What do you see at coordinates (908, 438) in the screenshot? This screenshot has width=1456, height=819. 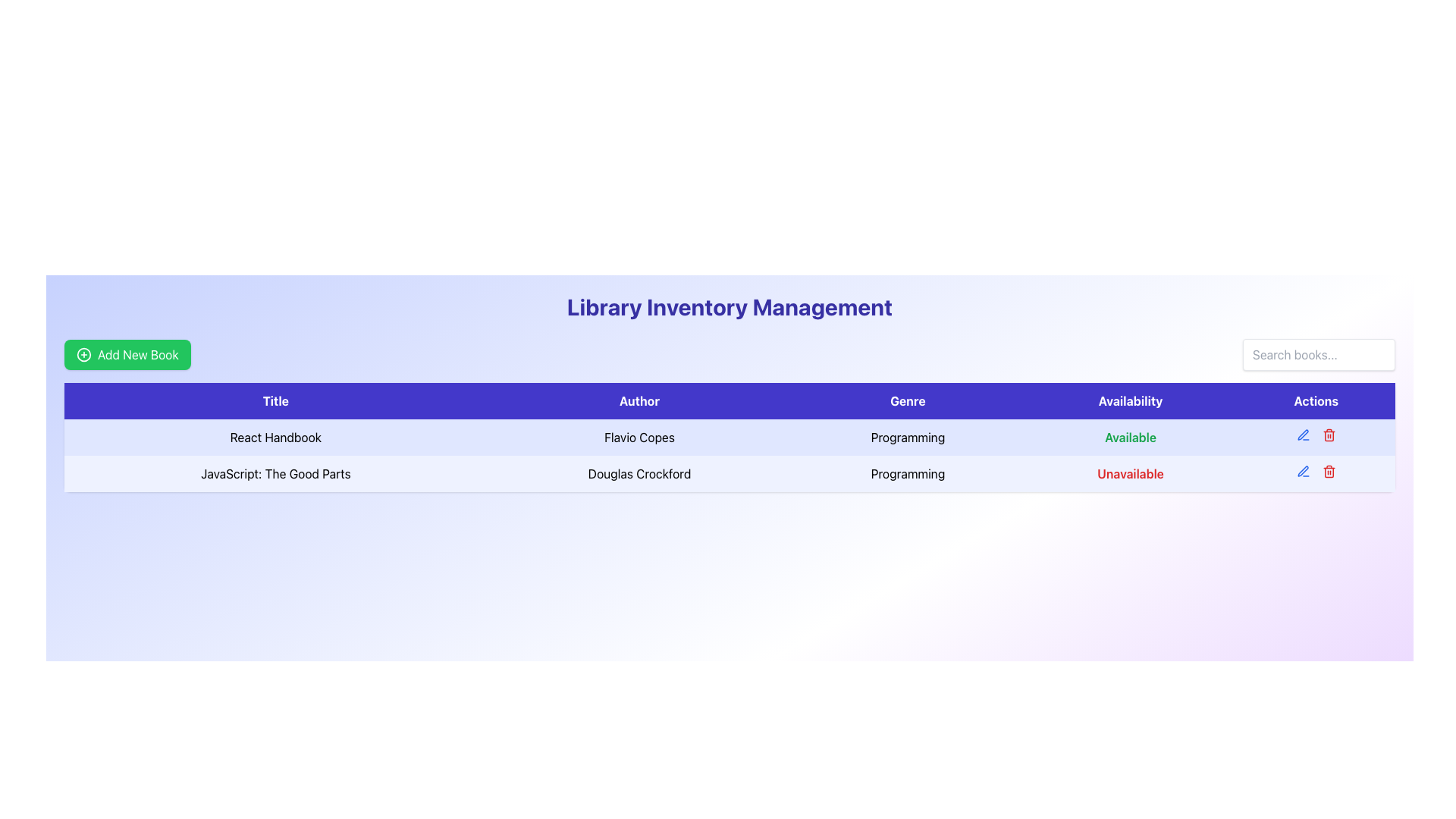 I see `the static text label indicating the genre of the book 'React Handbook' by 'Flavio Copes', located in the 'Genre' column of the table` at bounding box center [908, 438].